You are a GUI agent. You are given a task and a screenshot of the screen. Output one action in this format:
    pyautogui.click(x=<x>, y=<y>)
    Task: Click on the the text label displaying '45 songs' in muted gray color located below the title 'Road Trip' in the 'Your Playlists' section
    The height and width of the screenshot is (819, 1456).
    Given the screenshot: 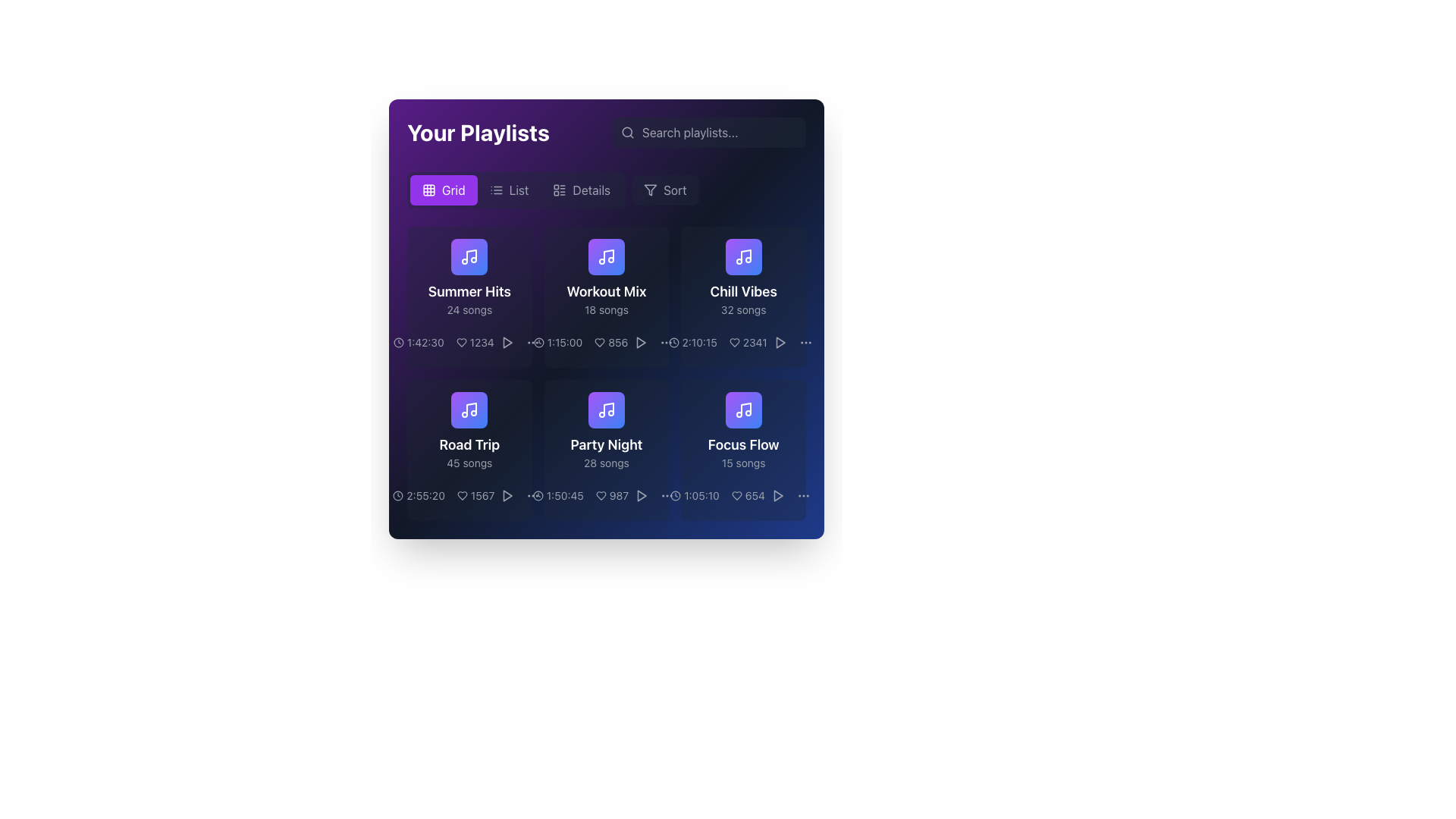 What is the action you would take?
    pyautogui.click(x=469, y=462)
    